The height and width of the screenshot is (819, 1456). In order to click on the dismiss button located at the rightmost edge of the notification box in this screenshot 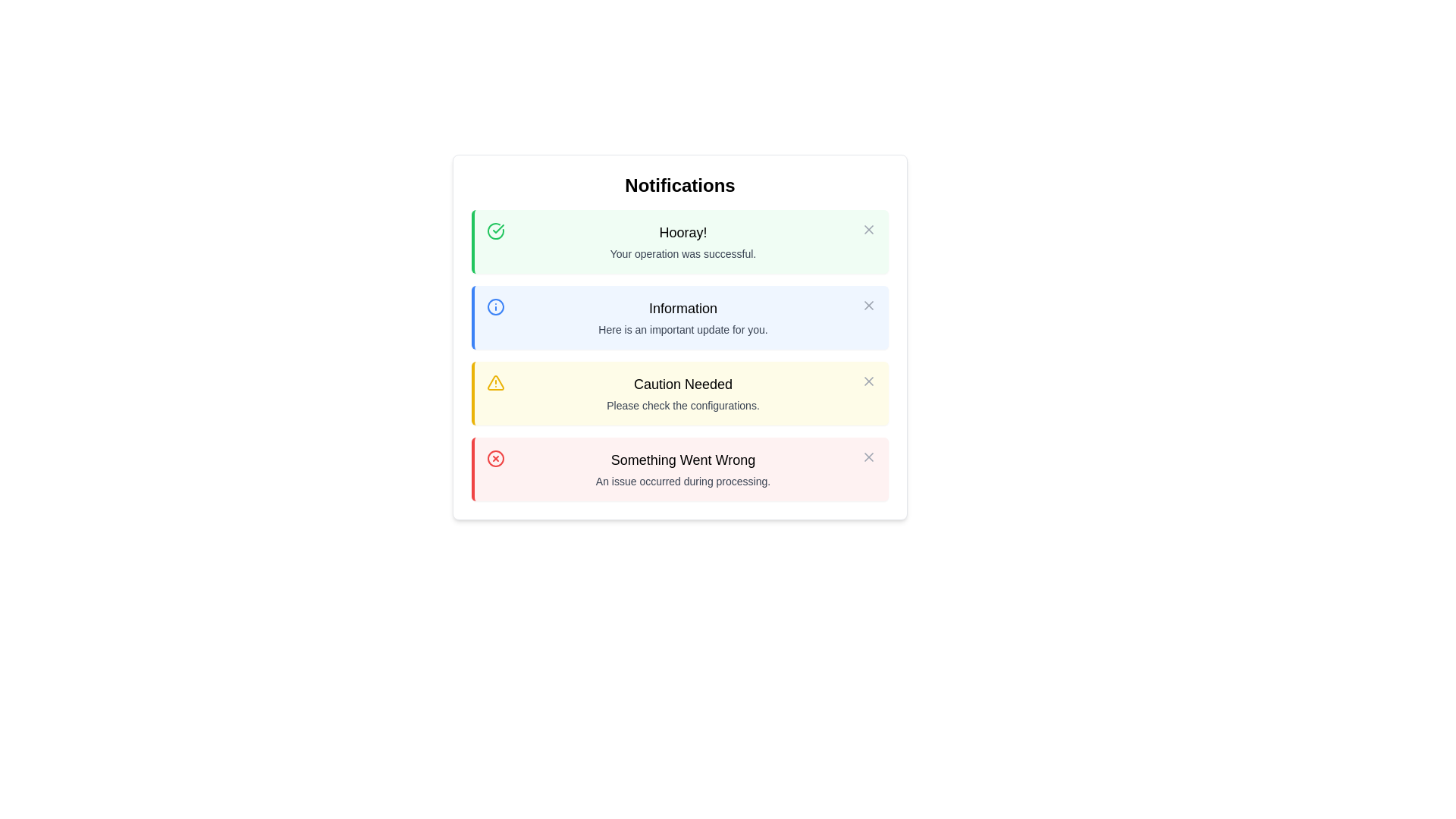, I will do `click(869, 305)`.